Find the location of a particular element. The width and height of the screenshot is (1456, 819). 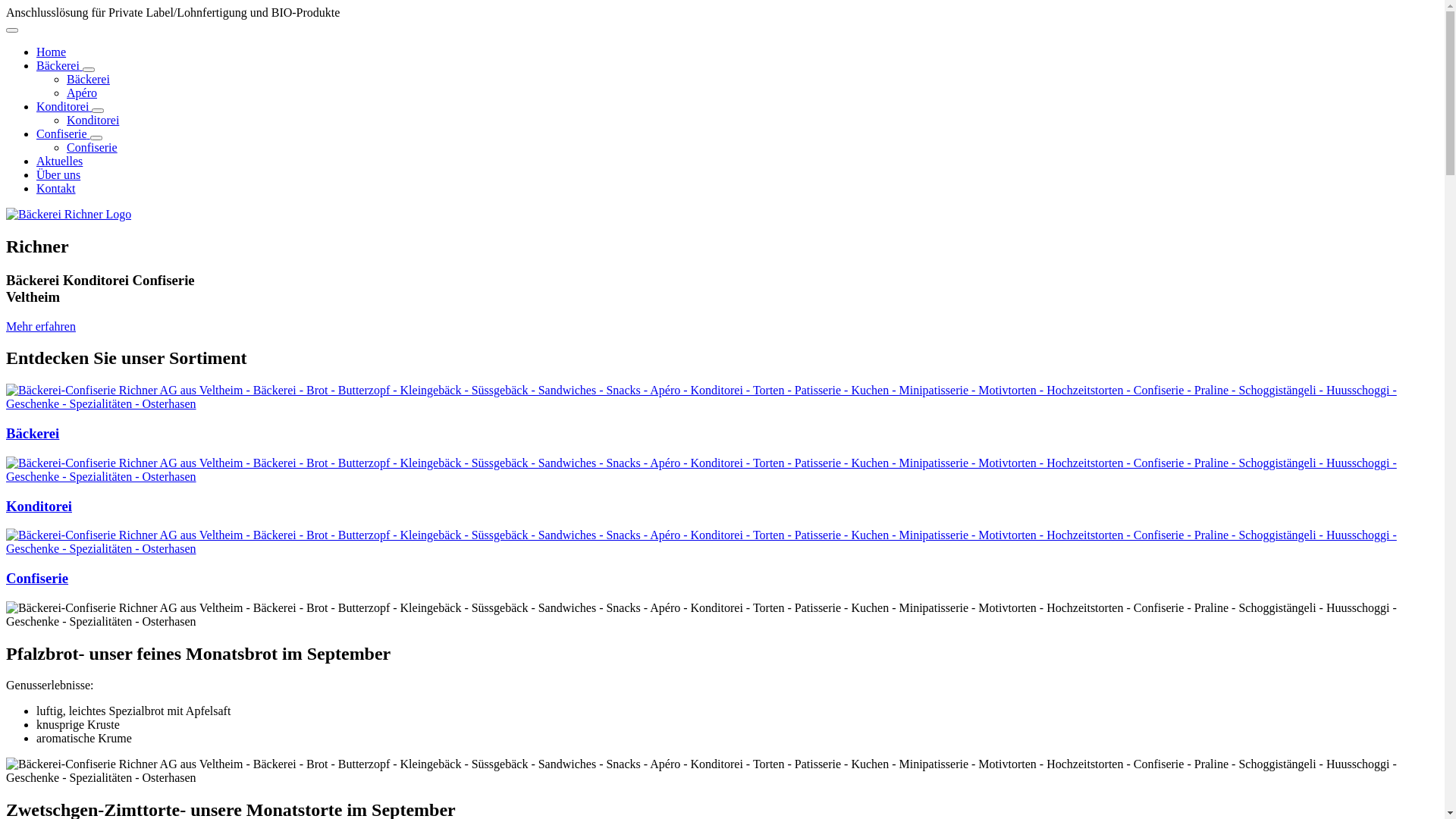

'Konditorei' is located at coordinates (39, 505).